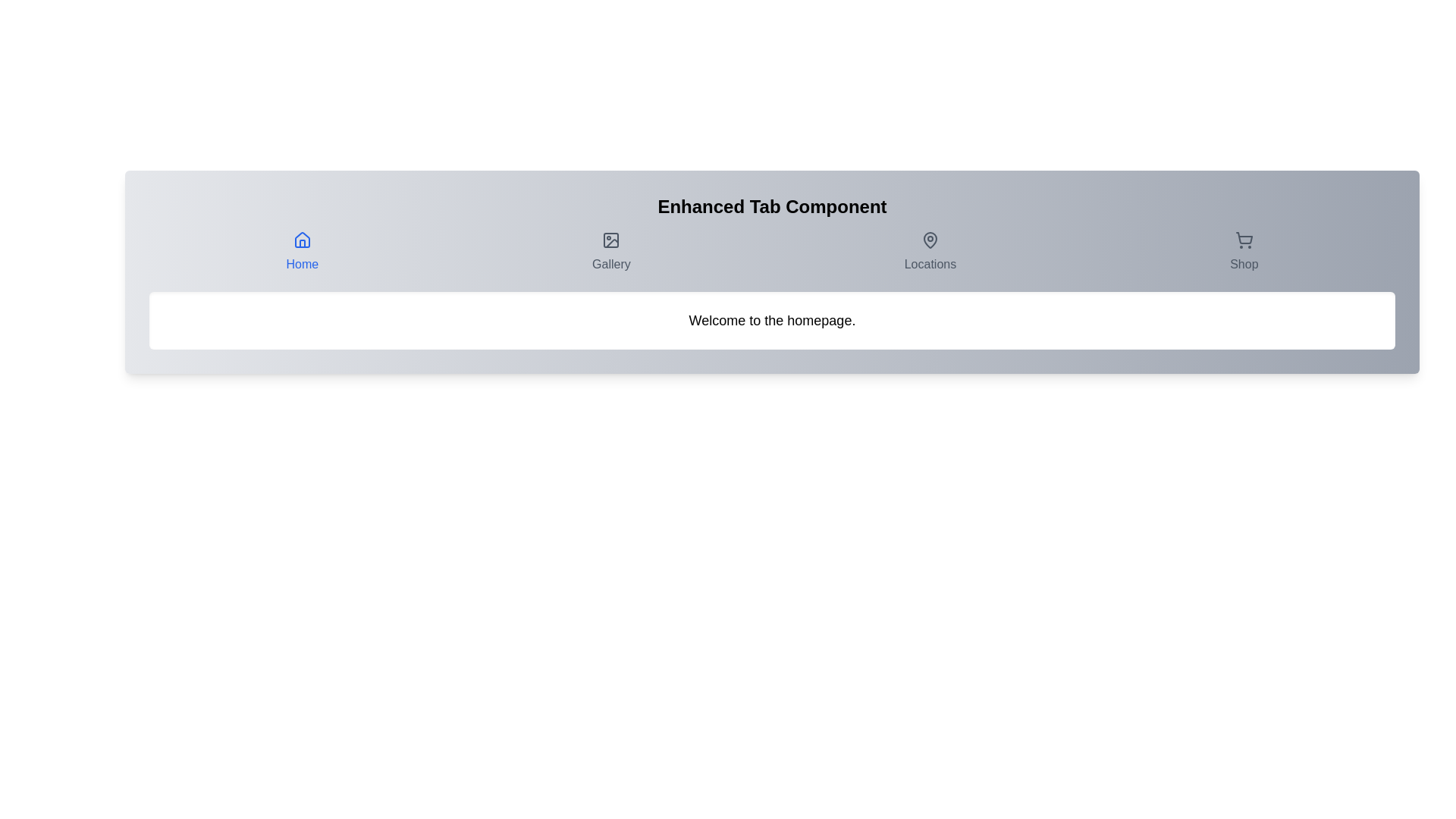 This screenshot has width=1456, height=819. Describe the element at coordinates (929, 239) in the screenshot. I see `the larger shape of the map pin icon located in the third tab labeled 'Locations' within the top-centered gray navigation bar` at that location.